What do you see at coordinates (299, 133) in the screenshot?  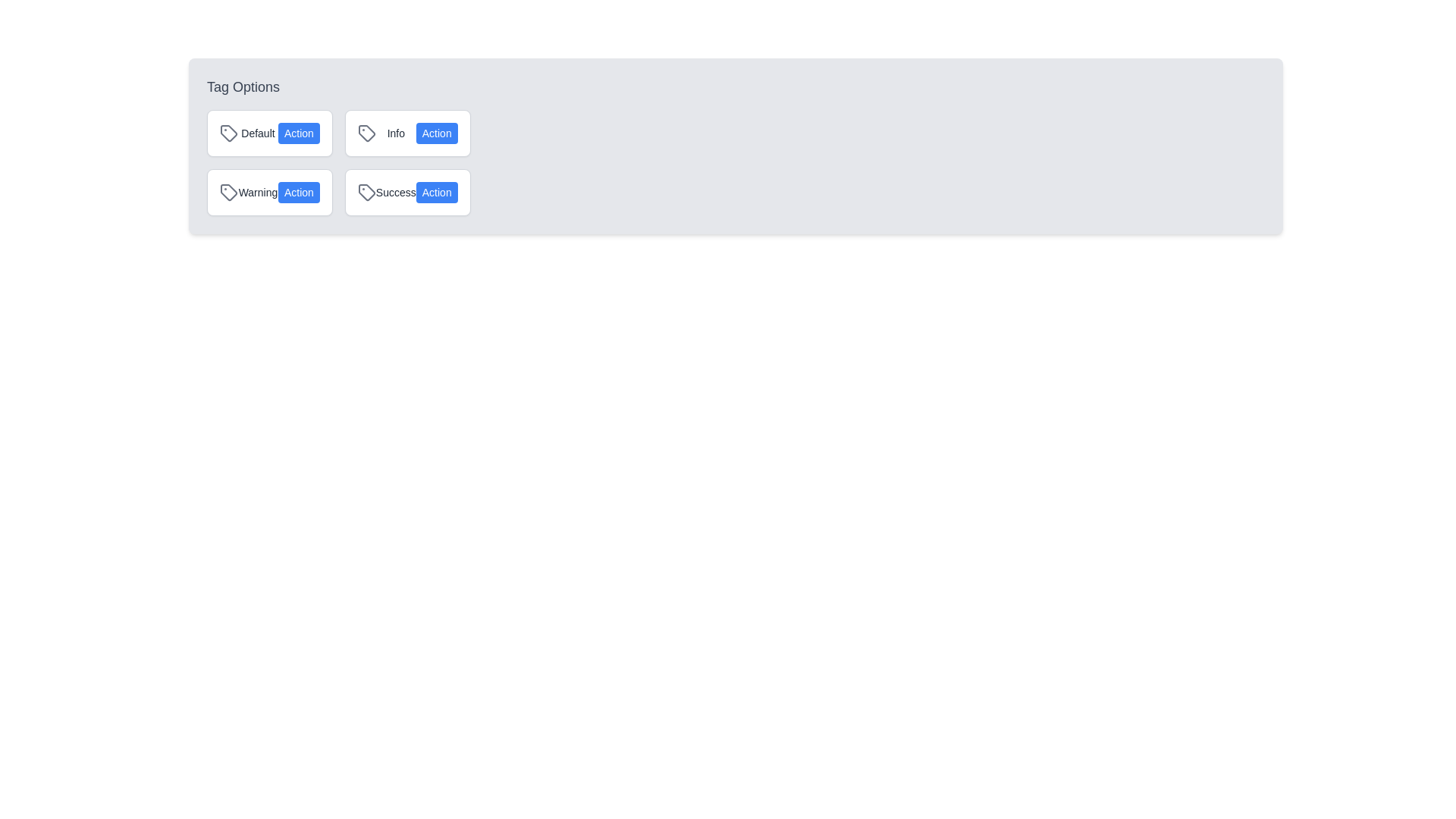 I see `the blue rectangular button labeled 'Action' with rounded corners` at bounding box center [299, 133].